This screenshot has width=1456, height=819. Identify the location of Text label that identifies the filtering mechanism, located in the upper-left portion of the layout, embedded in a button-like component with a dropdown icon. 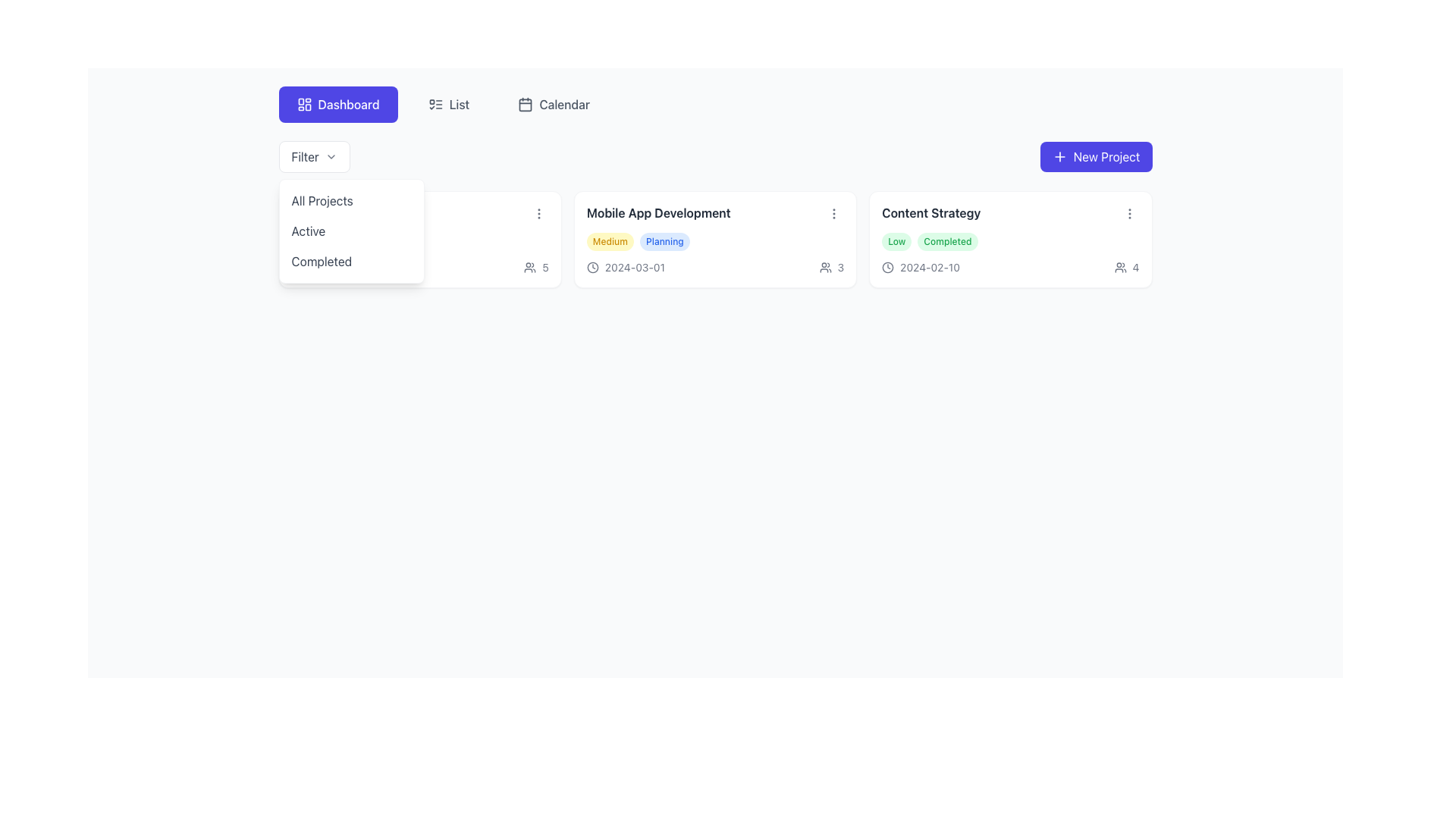
(304, 157).